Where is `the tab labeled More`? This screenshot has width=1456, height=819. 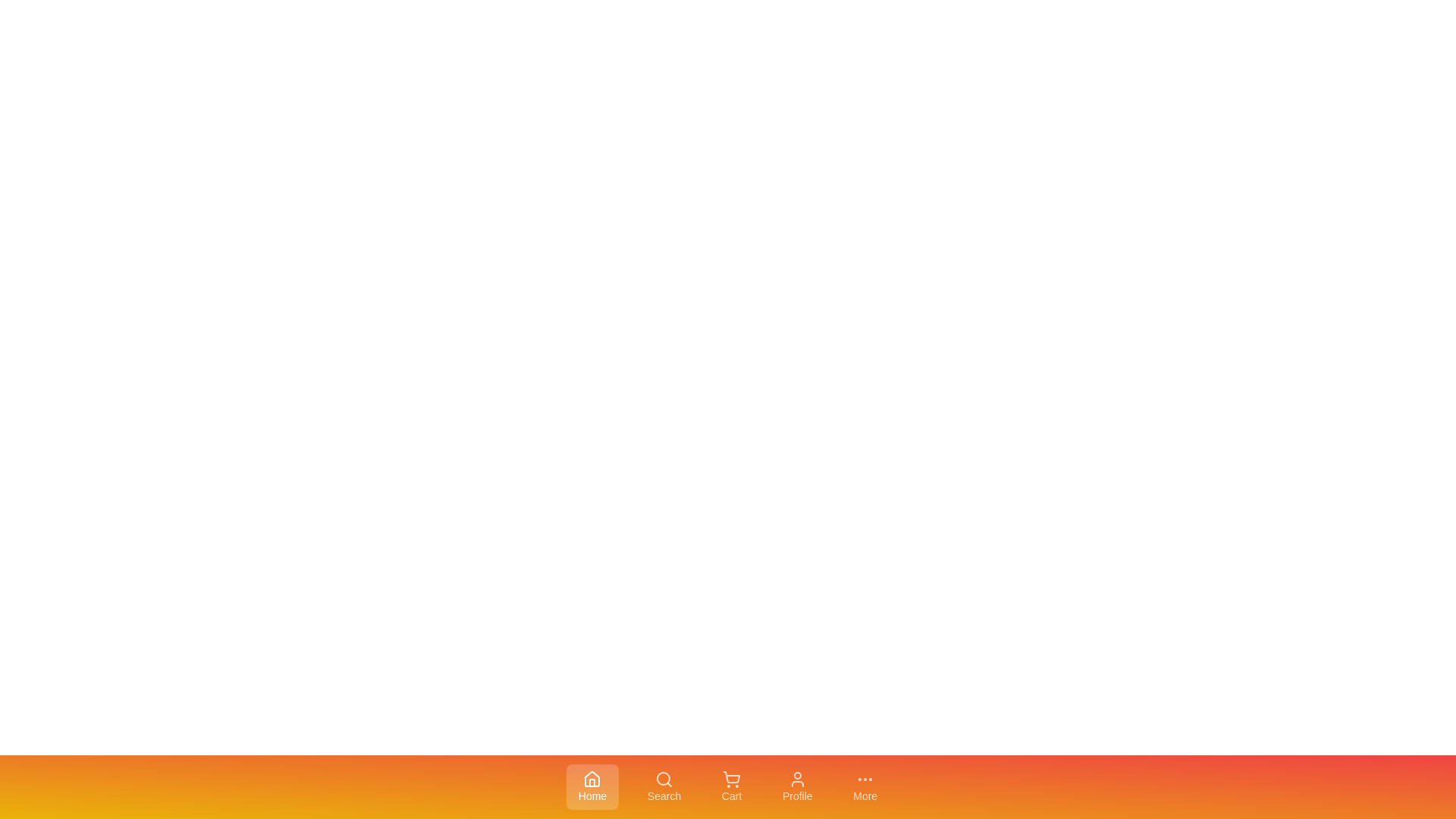 the tab labeled More is located at coordinates (865, 786).